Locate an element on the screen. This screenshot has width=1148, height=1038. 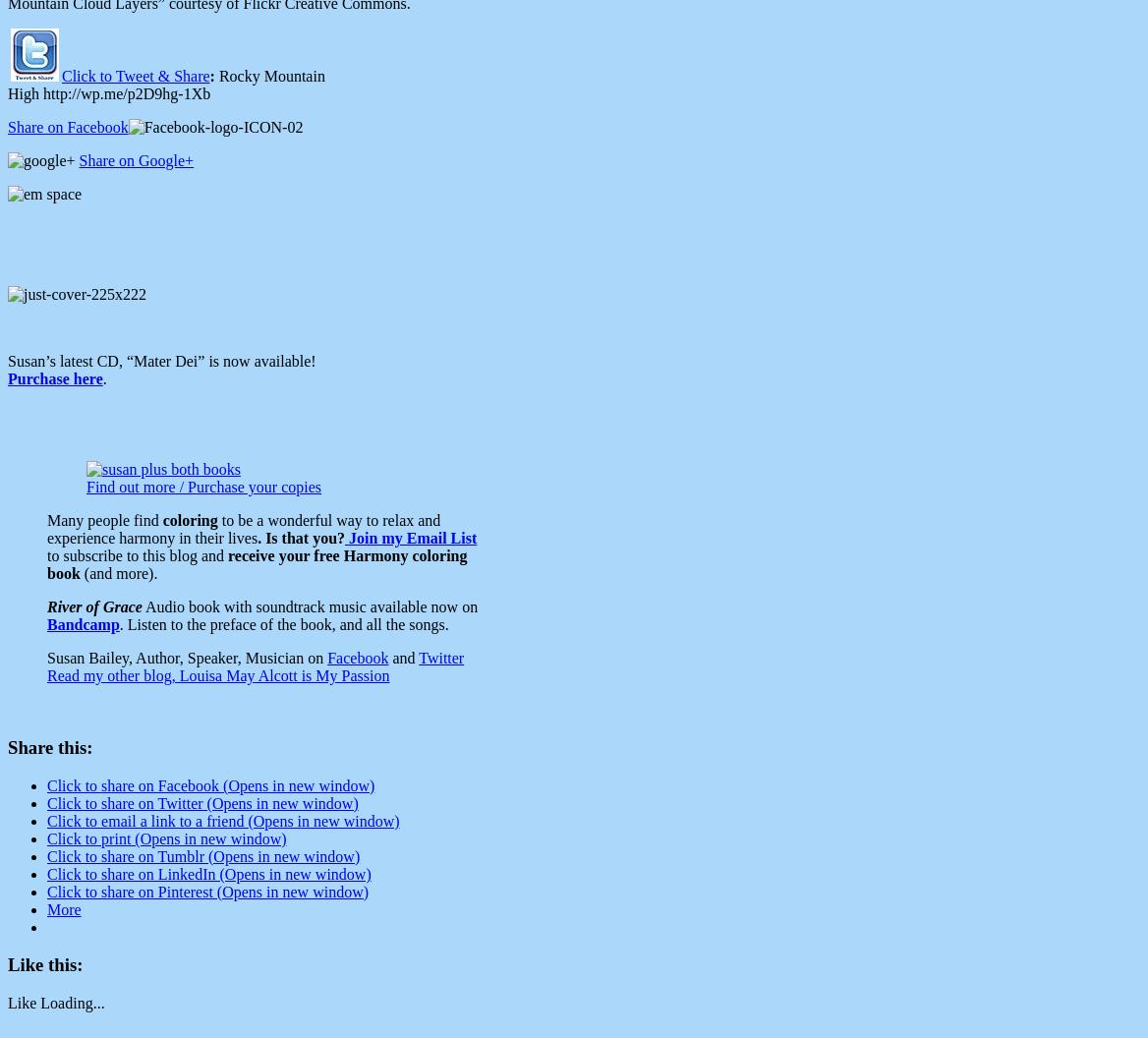
'. Listen to the preface of the book, and all the songs.' is located at coordinates (282, 623).